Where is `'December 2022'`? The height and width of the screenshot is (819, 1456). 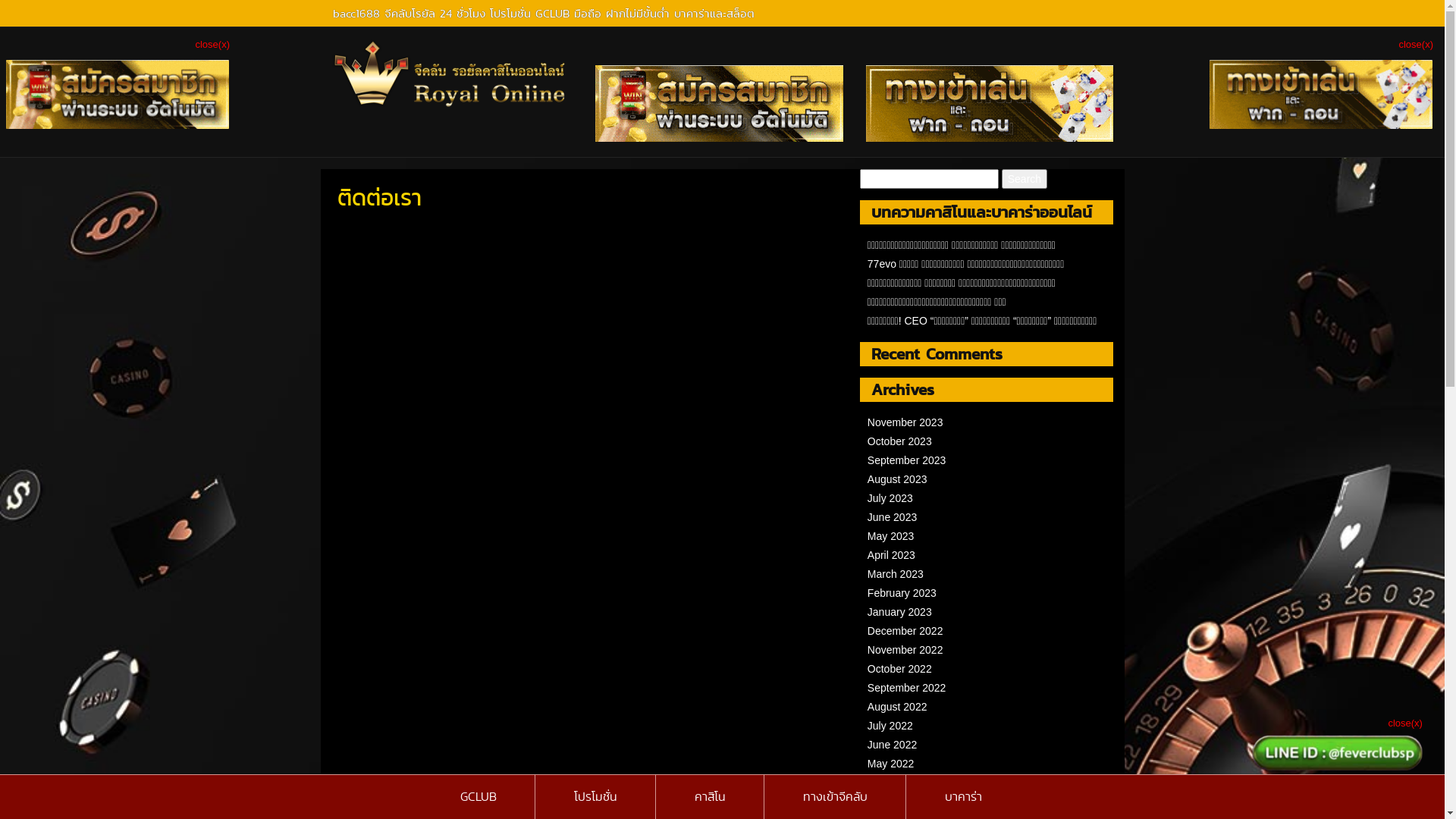 'December 2022' is located at coordinates (905, 631).